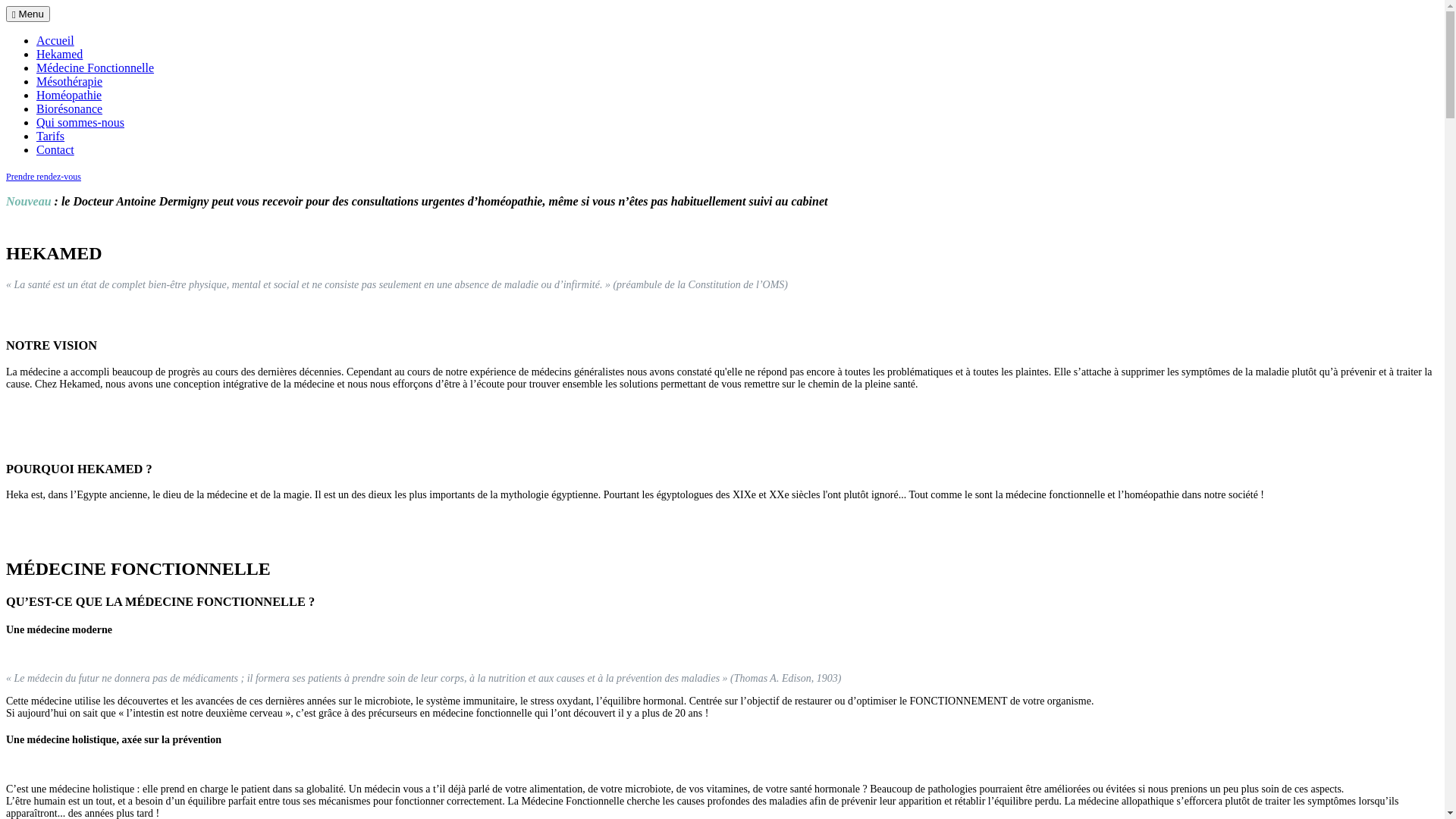  Describe the element at coordinates (6, 14) in the screenshot. I see `'Menu'` at that location.